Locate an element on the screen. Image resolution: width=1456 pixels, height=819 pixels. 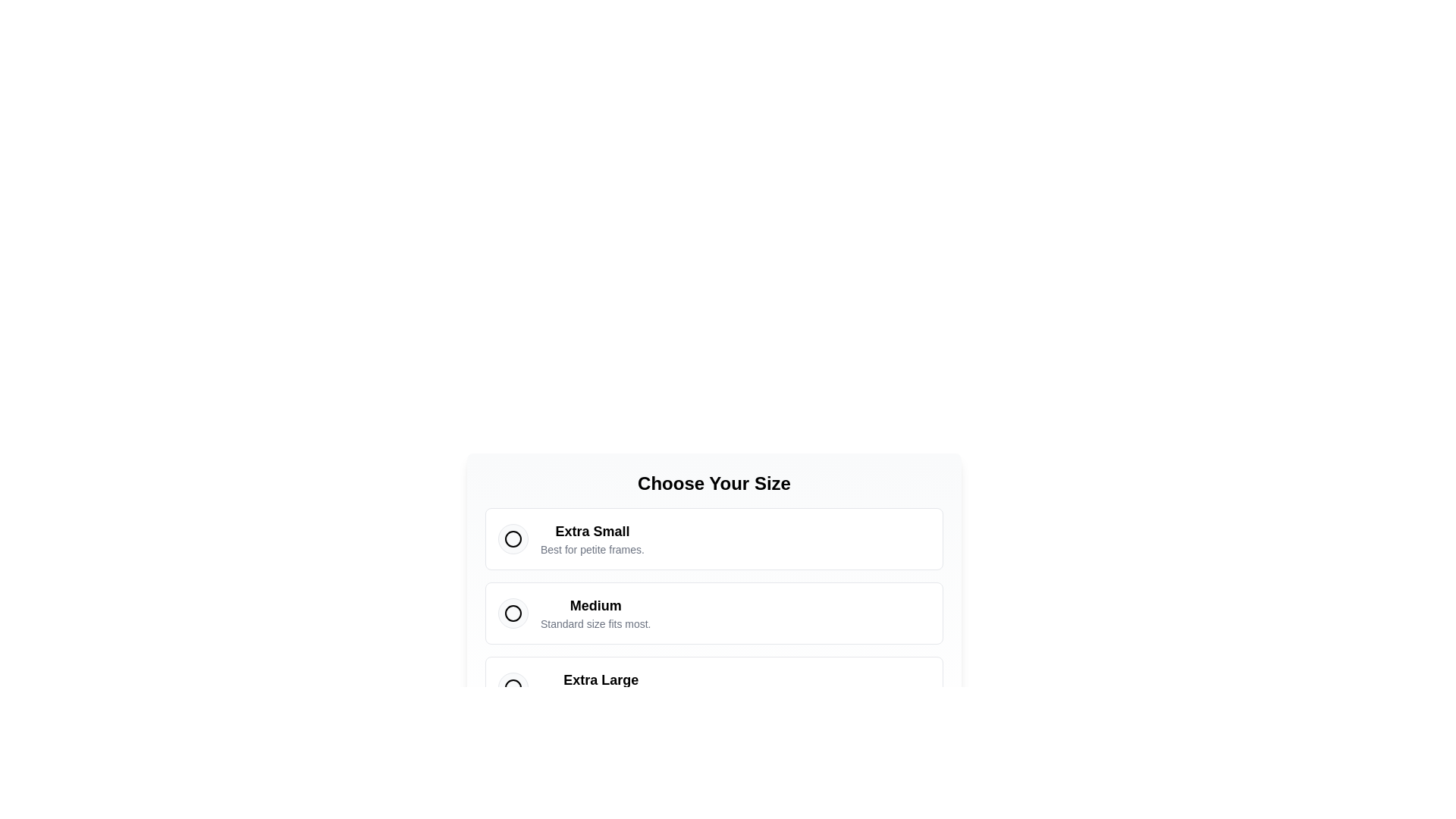
the 'Medium' size option text label, which is the second item in the selectable list of size options, to interact with it is located at coordinates (595, 613).